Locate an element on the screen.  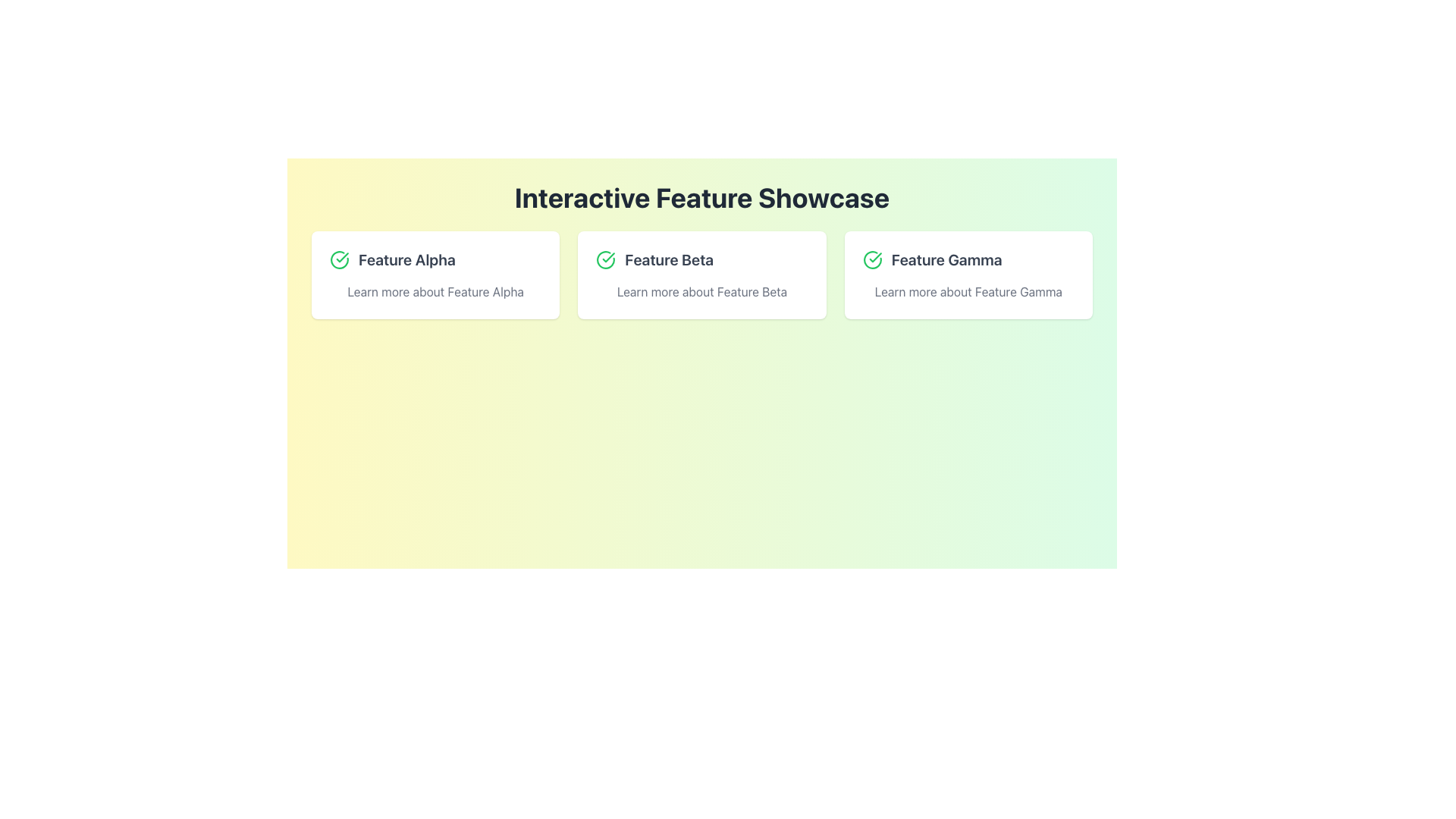
the circular green check mark icon located to the left of the text 'Feature Gamma' is located at coordinates (872, 259).